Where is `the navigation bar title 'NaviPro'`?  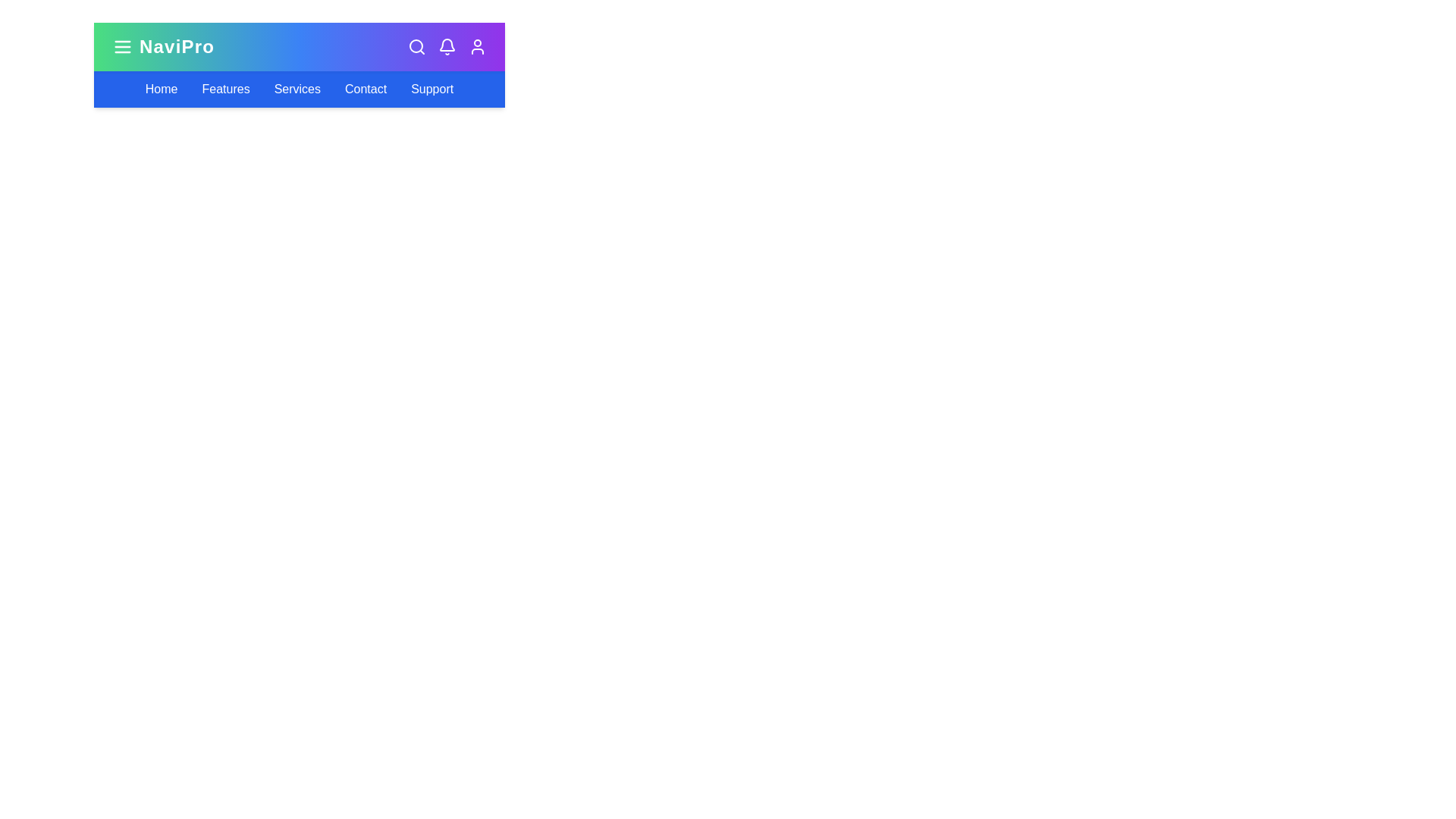 the navigation bar title 'NaviPro' is located at coordinates (163, 45).